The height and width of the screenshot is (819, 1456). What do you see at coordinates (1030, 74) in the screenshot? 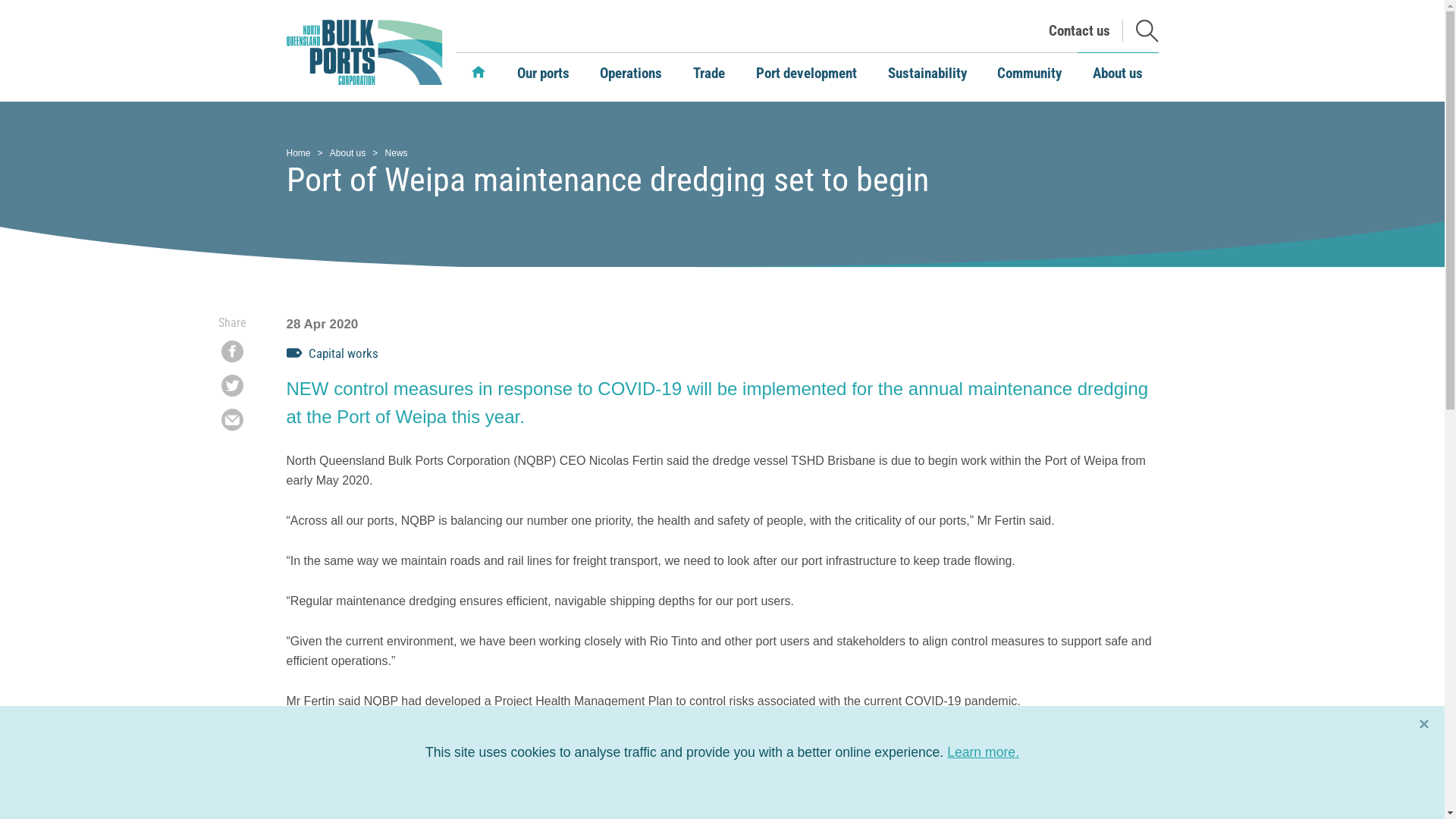
I see `'Community'` at bounding box center [1030, 74].